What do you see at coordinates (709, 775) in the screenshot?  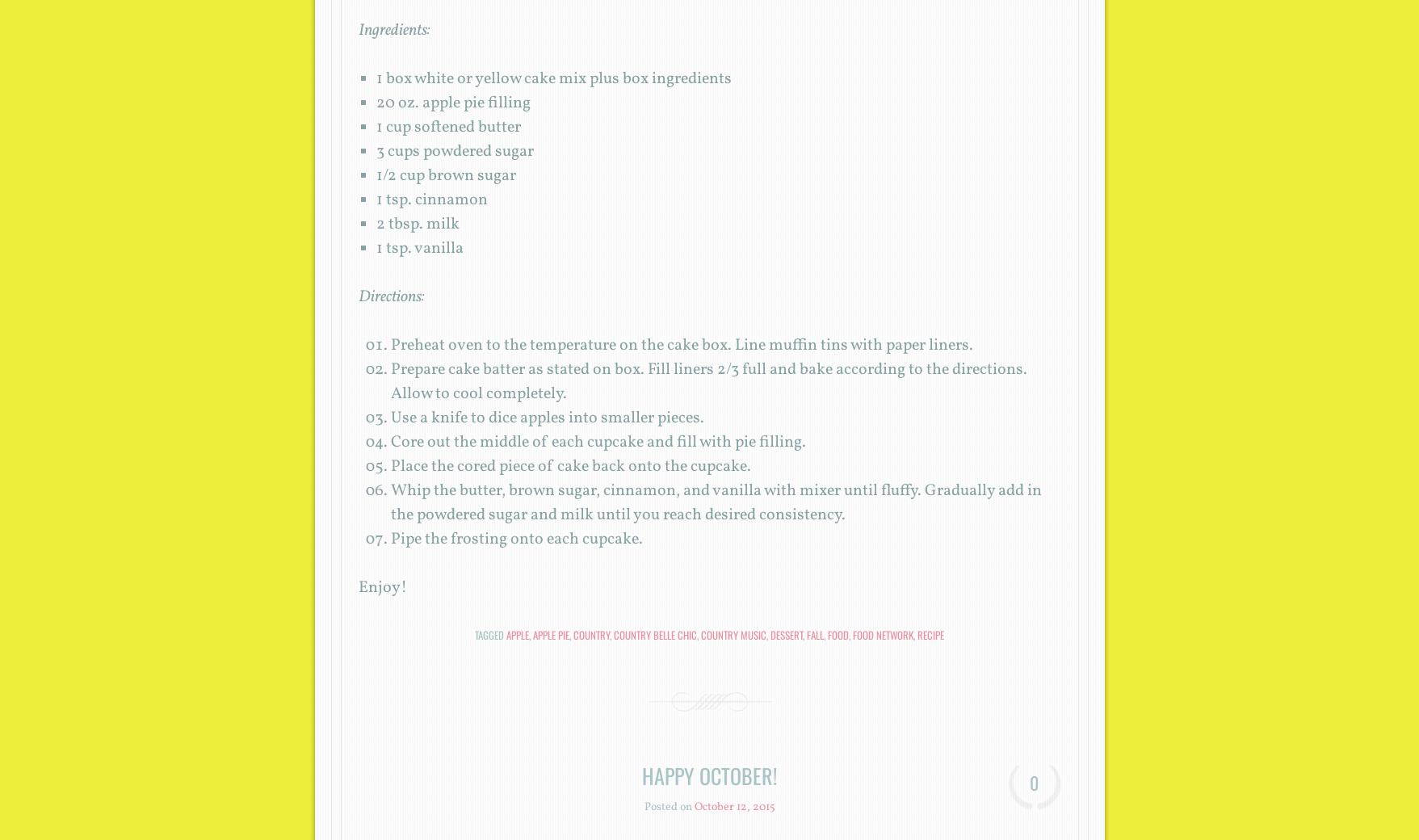 I see `'Happy October!'` at bounding box center [709, 775].